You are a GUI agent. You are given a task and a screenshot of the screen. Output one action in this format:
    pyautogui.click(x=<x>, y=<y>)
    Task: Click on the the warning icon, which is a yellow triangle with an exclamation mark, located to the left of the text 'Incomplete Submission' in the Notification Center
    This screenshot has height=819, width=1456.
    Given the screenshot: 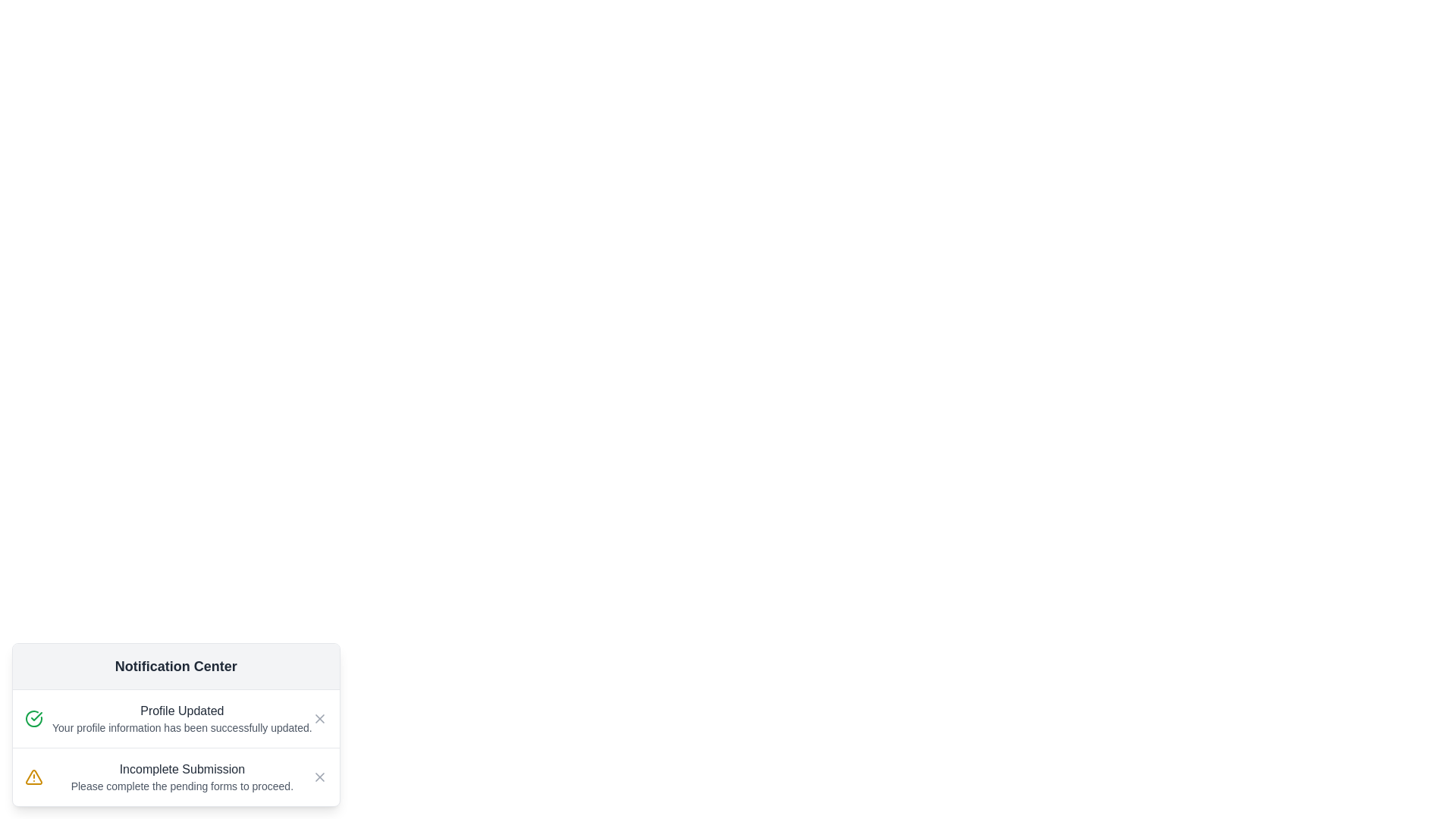 What is the action you would take?
    pyautogui.click(x=33, y=777)
    